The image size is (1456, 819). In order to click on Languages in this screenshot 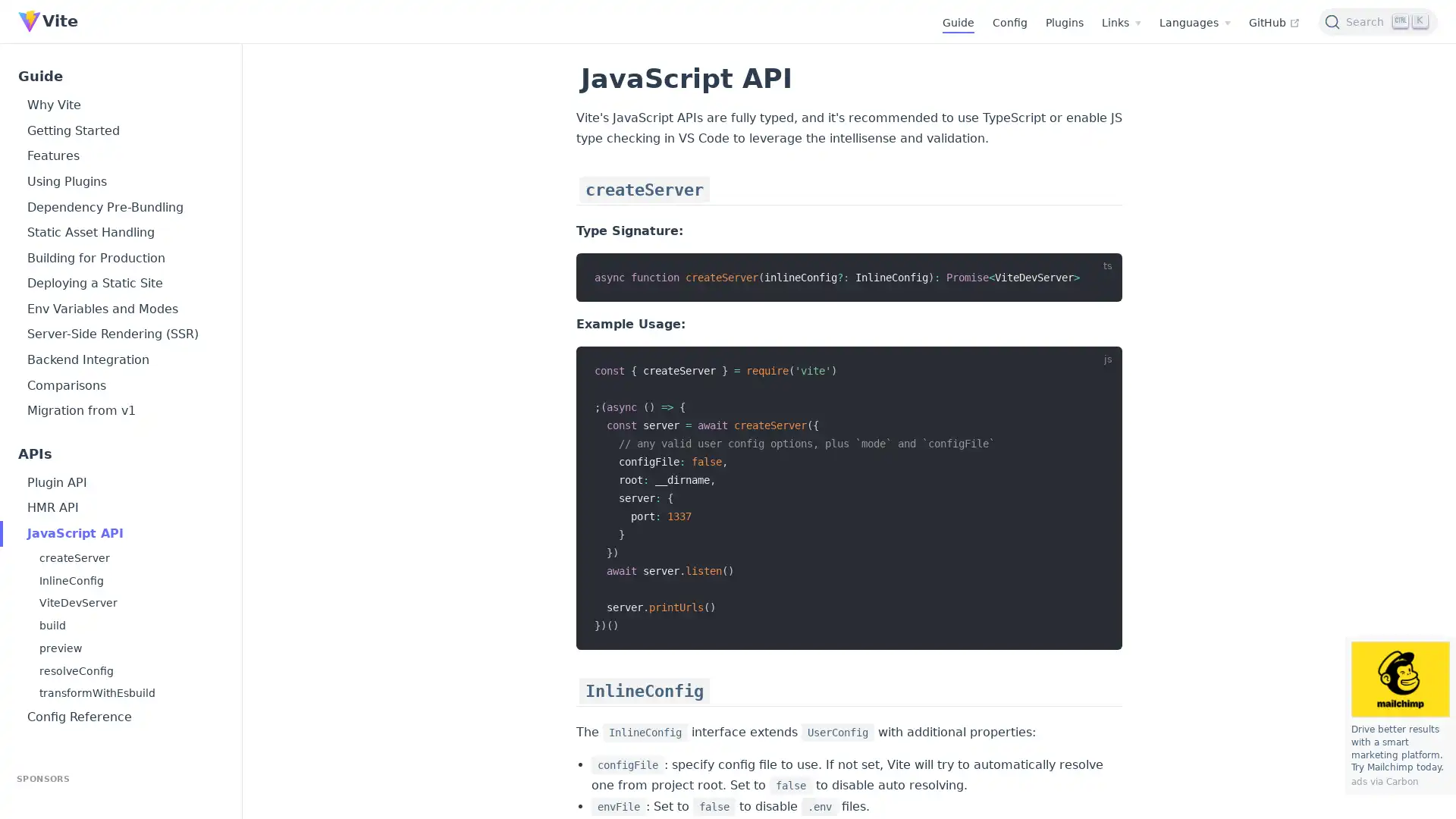, I will do `click(1194, 23)`.